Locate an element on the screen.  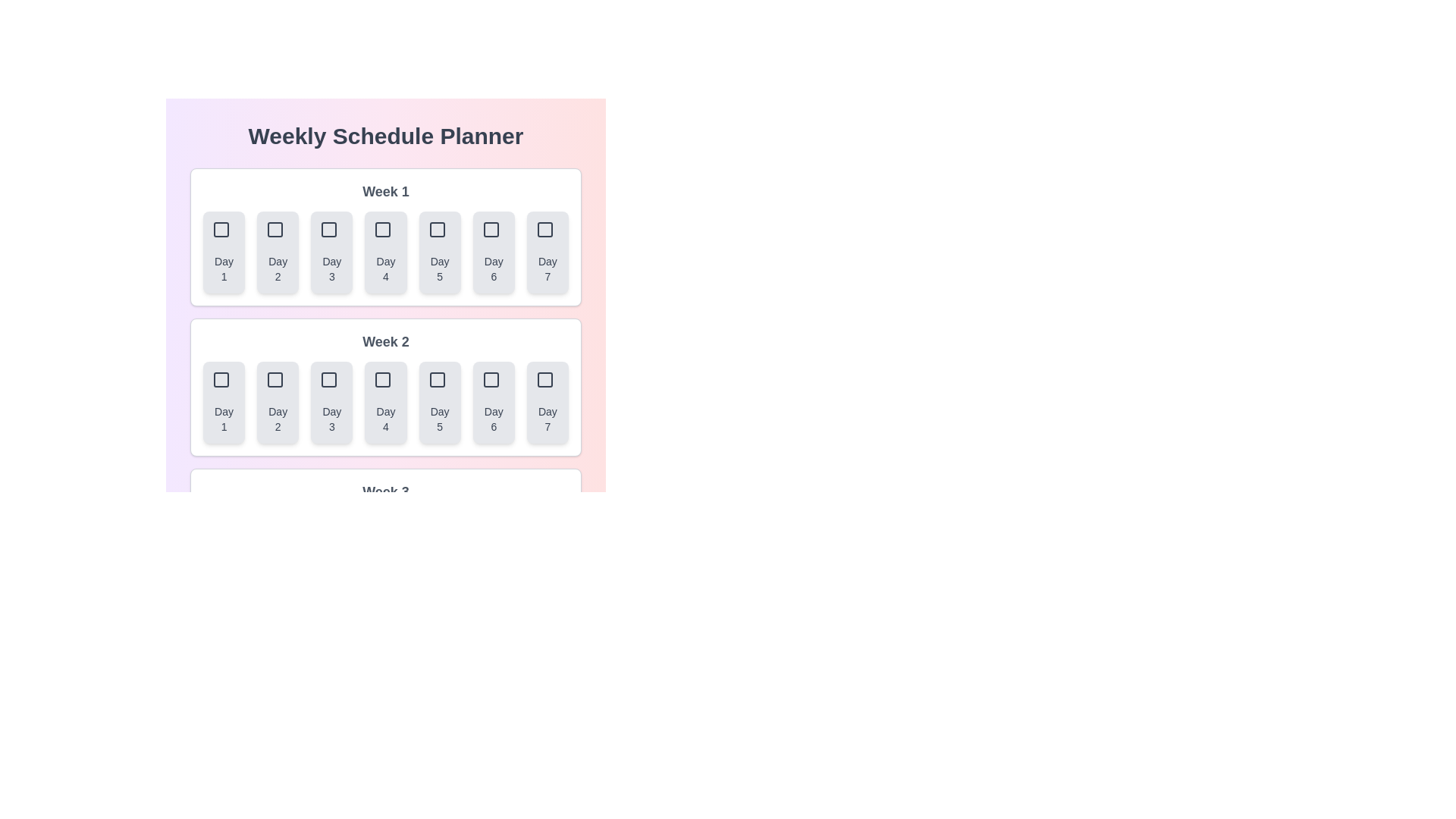
the button corresponding to Week 1 and Day 3 to select that day is located at coordinates (331, 251).